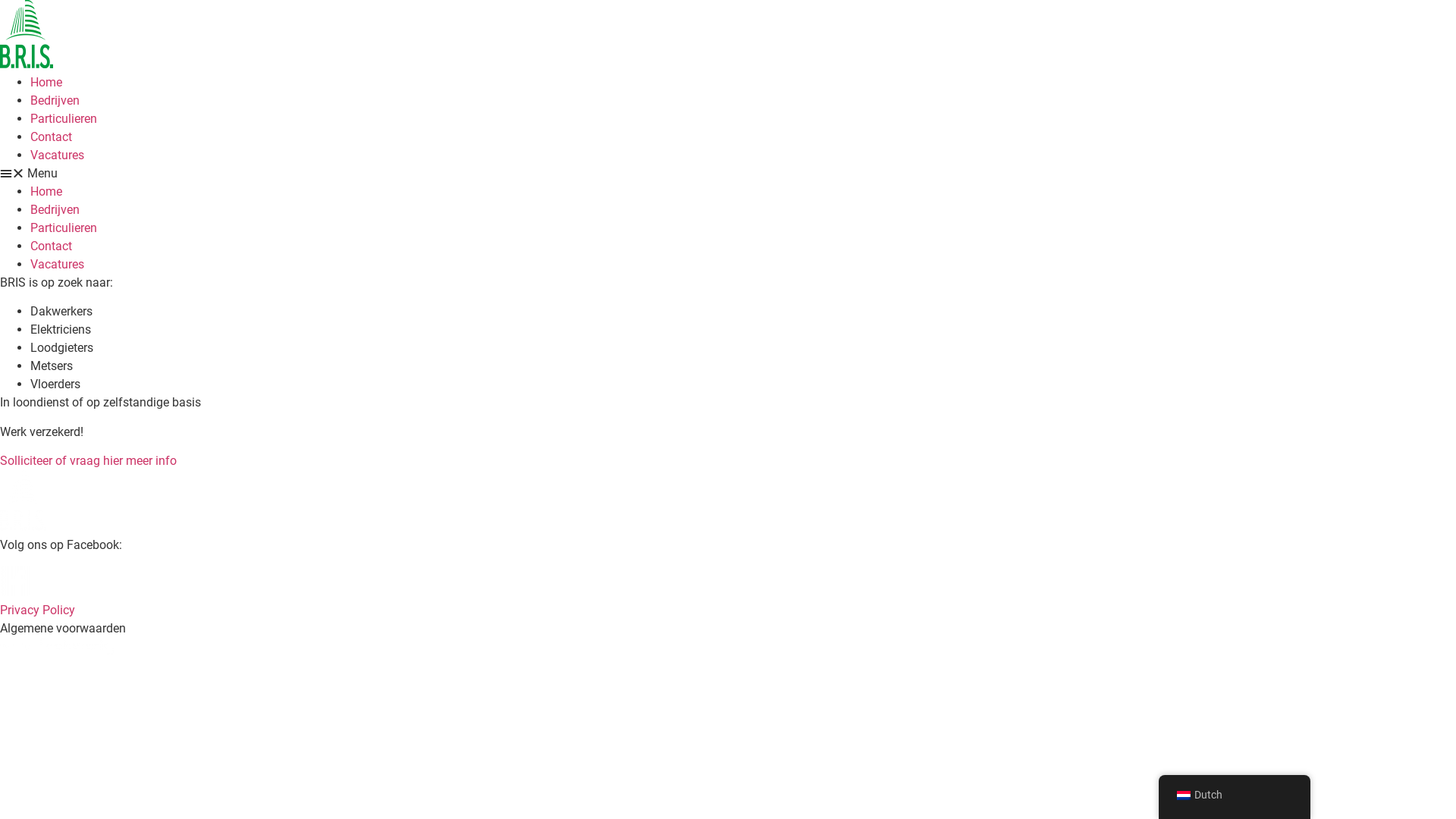 This screenshot has height=819, width=1456. Describe the element at coordinates (62, 227) in the screenshot. I see `'Particulieren'` at that location.